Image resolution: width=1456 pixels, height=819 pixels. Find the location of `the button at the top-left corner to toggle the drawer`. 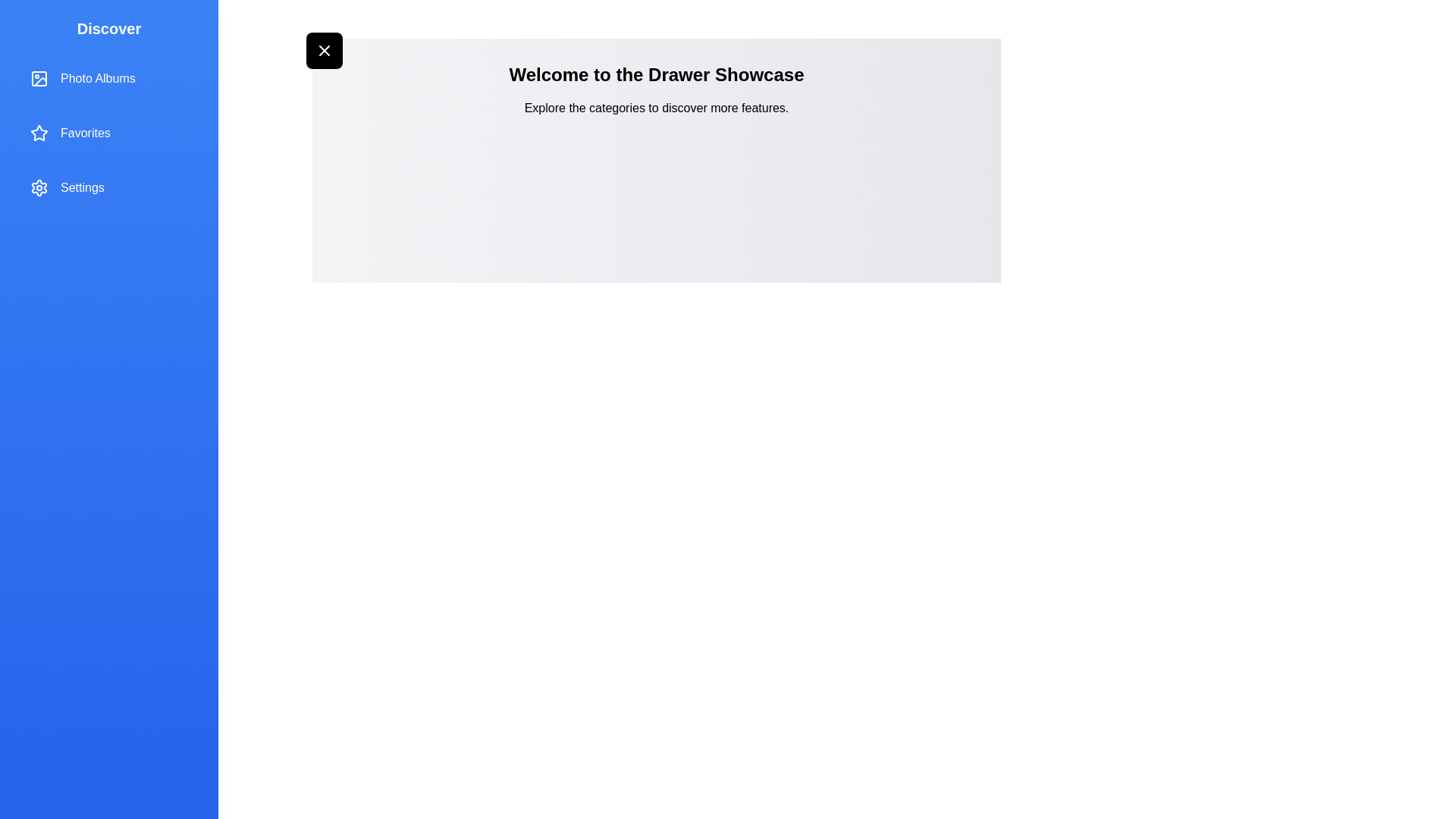

the button at the top-left corner to toggle the drawer is located at coordinates (323, 49).